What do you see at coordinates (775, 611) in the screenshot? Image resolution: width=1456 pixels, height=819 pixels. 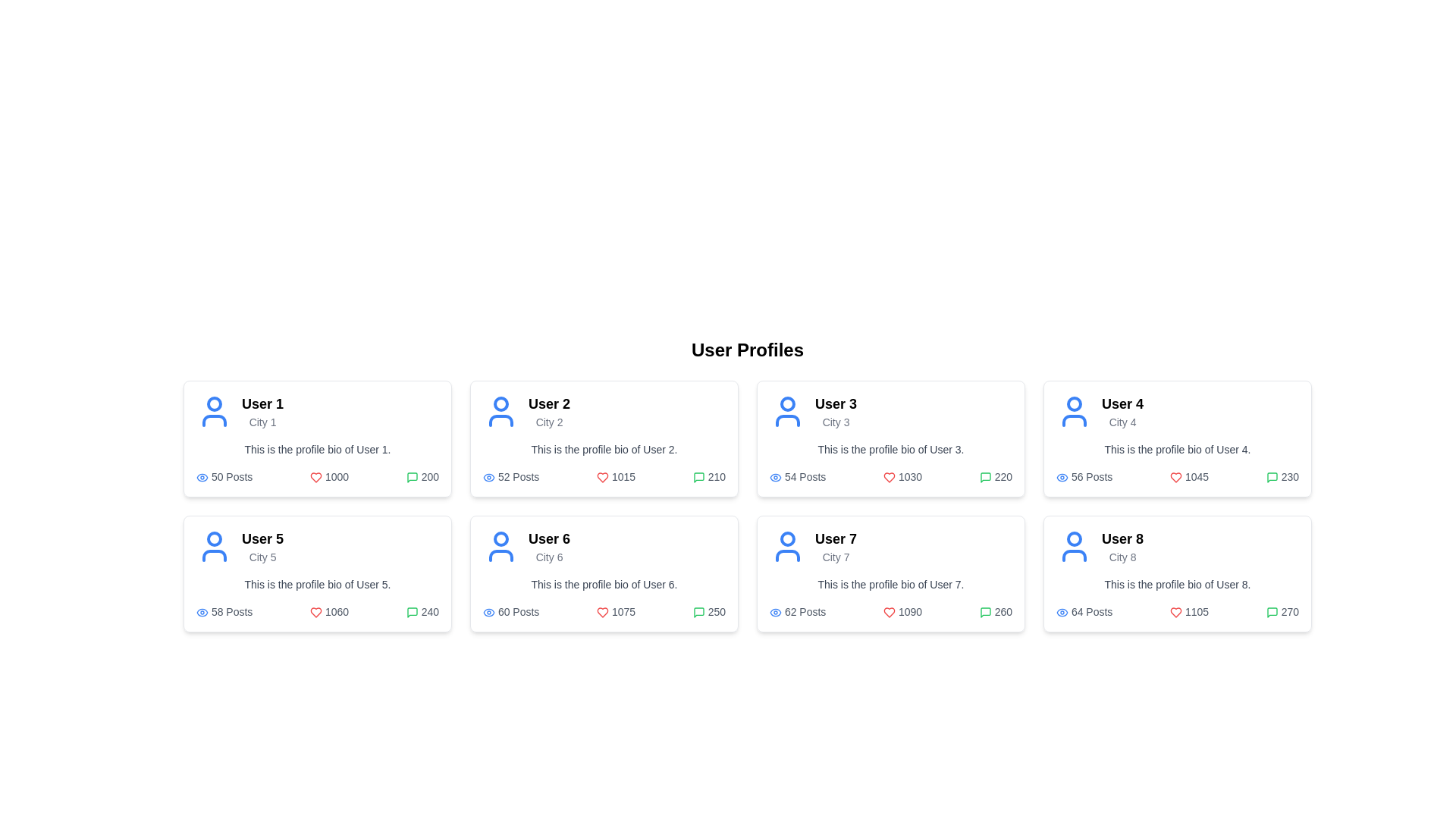 I see `the eye-shaped blue icon located before the text '62 Posts' in the 'User 7' profile card` at bounding box center [775, 611].